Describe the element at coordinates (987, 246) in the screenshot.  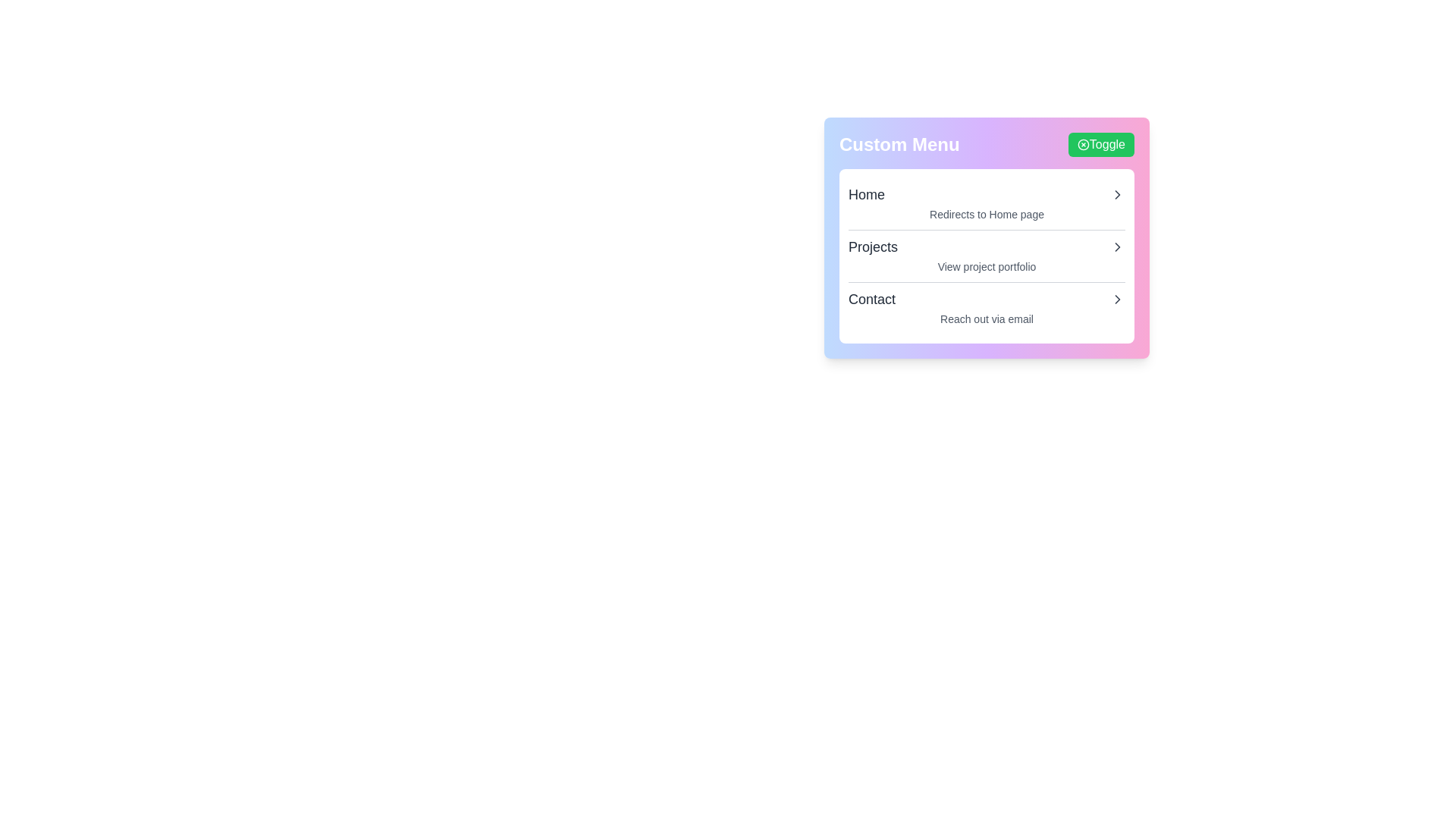
I see `the menu item Projects` at that location.